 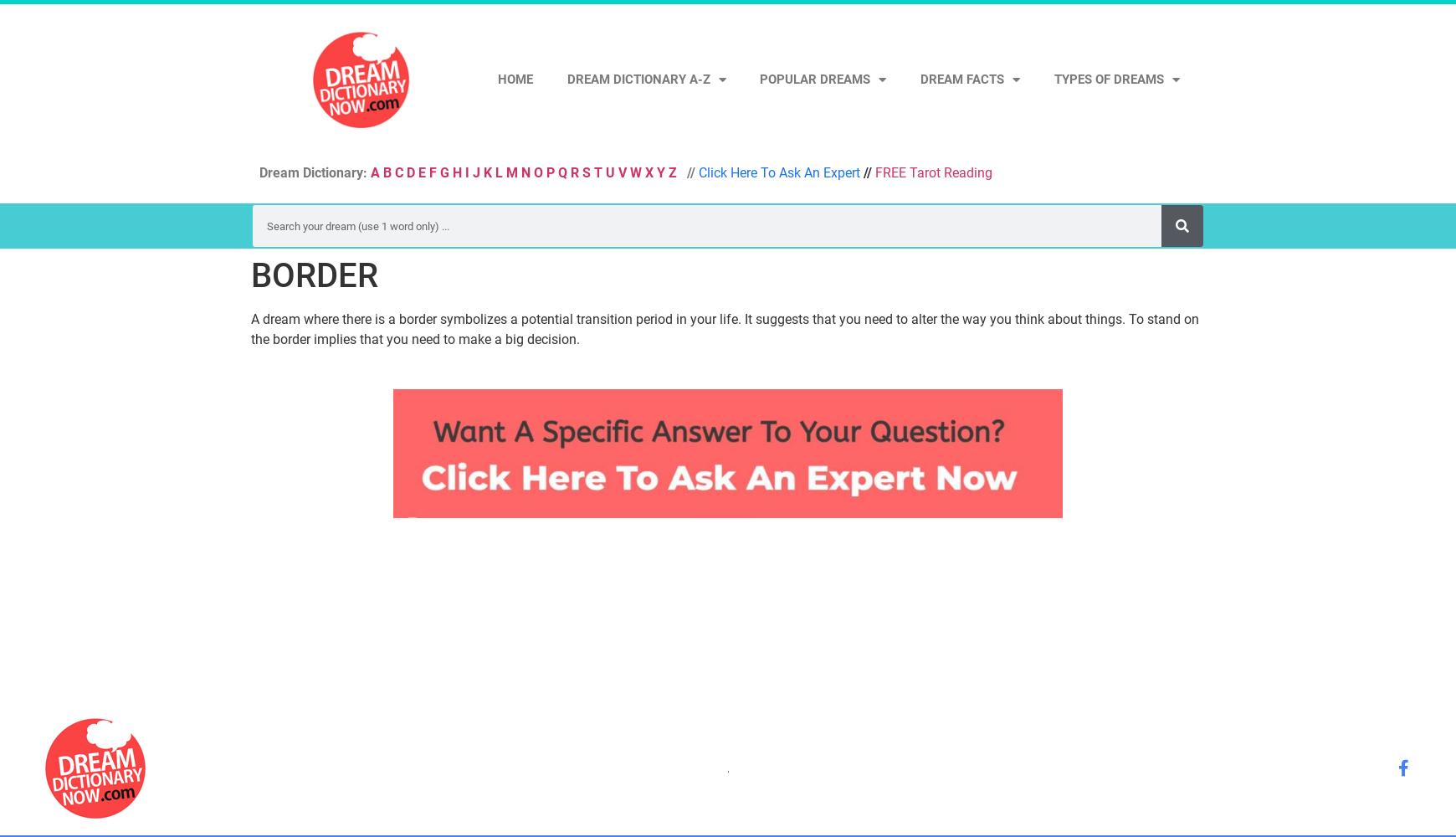 What do you see at coordinates (934, 172) in the screenshot?
I see `'FREE Tarot Reading'` at bounding box center [934, 172].